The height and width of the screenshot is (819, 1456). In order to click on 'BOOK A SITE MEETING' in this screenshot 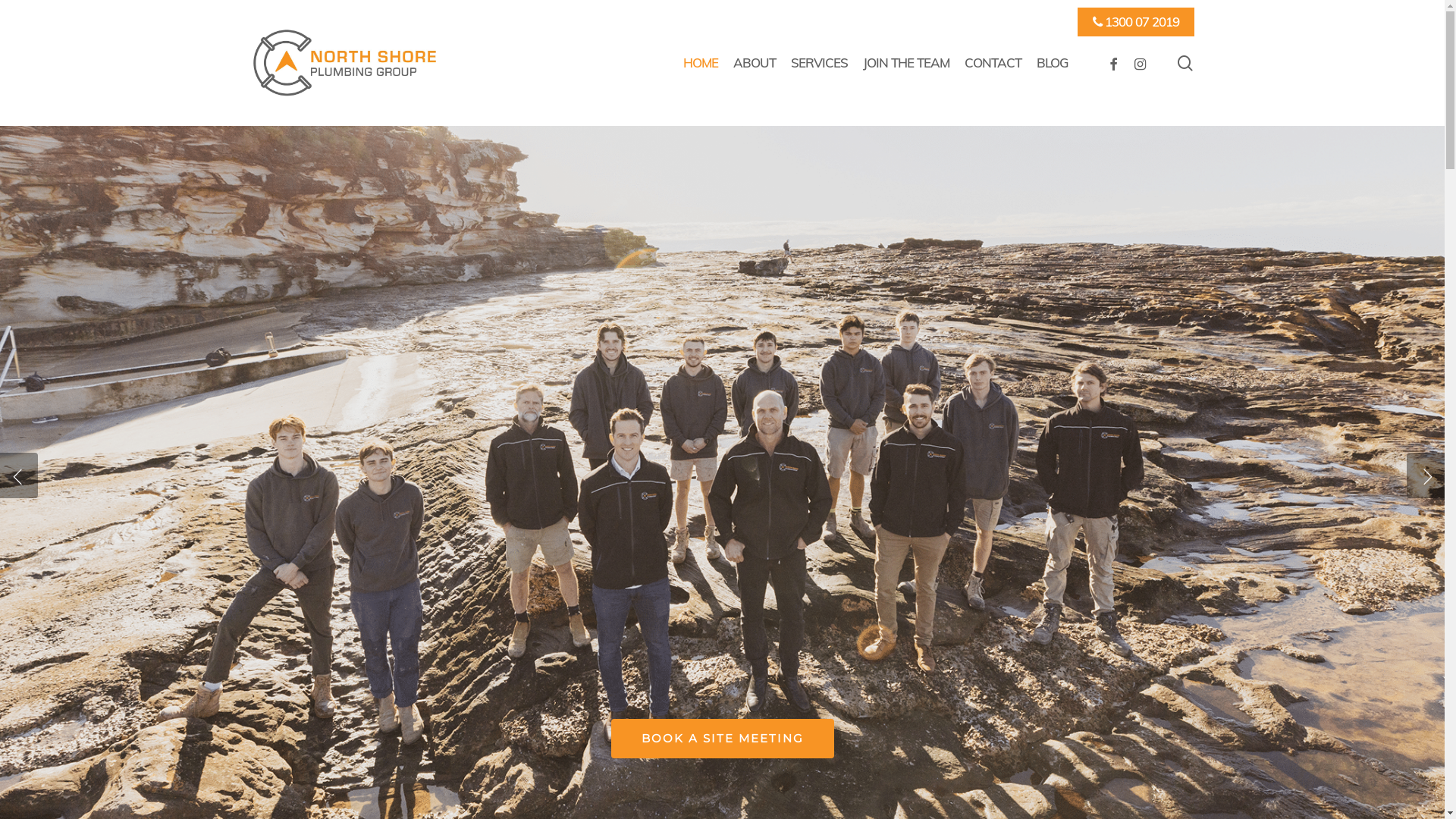, I will do `click(611, 738)`.